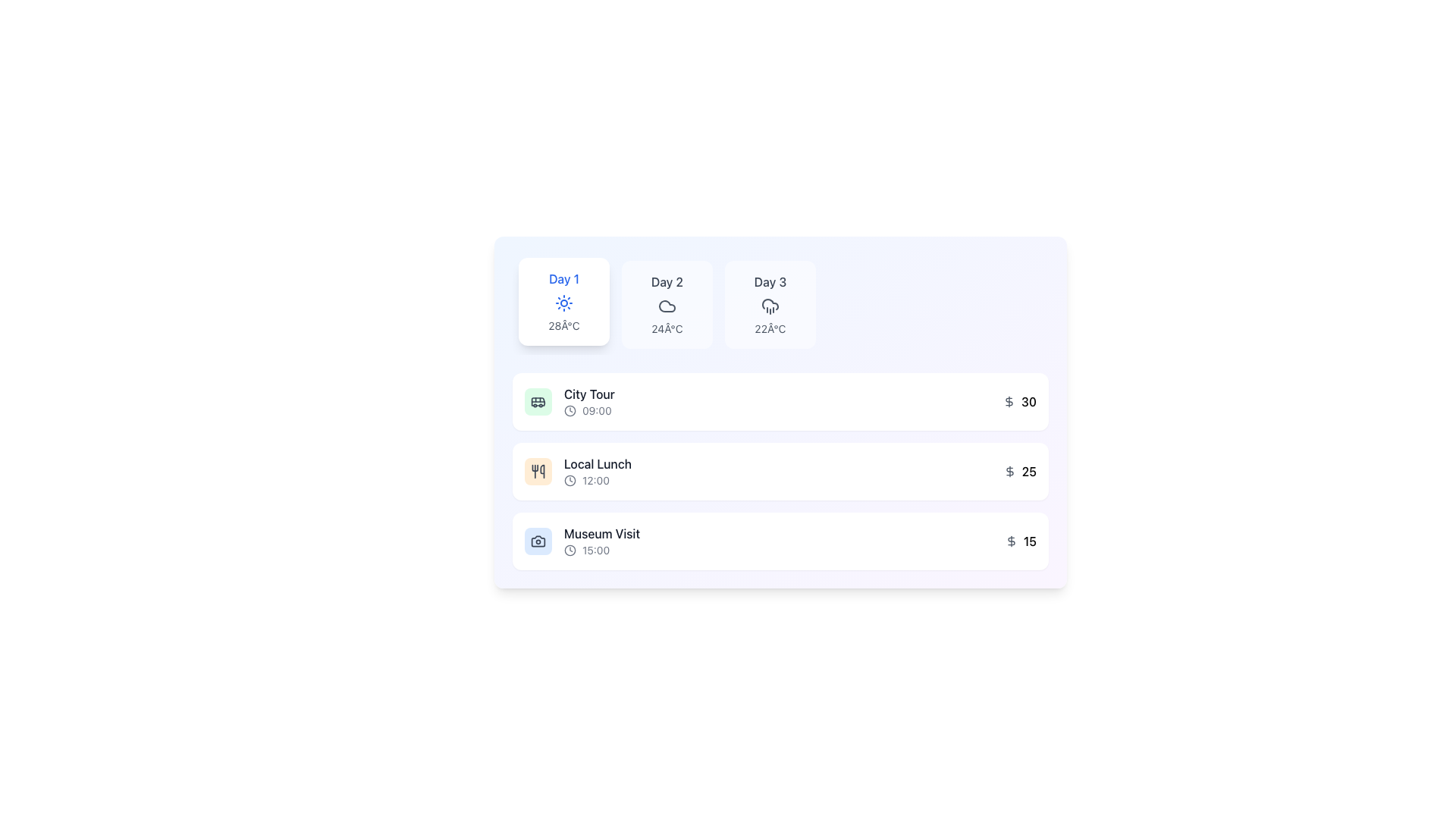  Describe the element at coordinates (538, 540) in the screenshot. I see `the decorative icon representing 'Museum Visit', which is located in the third list item from the top in the right-aligned column, to the left of the text 'Museum Visit'` at that location.